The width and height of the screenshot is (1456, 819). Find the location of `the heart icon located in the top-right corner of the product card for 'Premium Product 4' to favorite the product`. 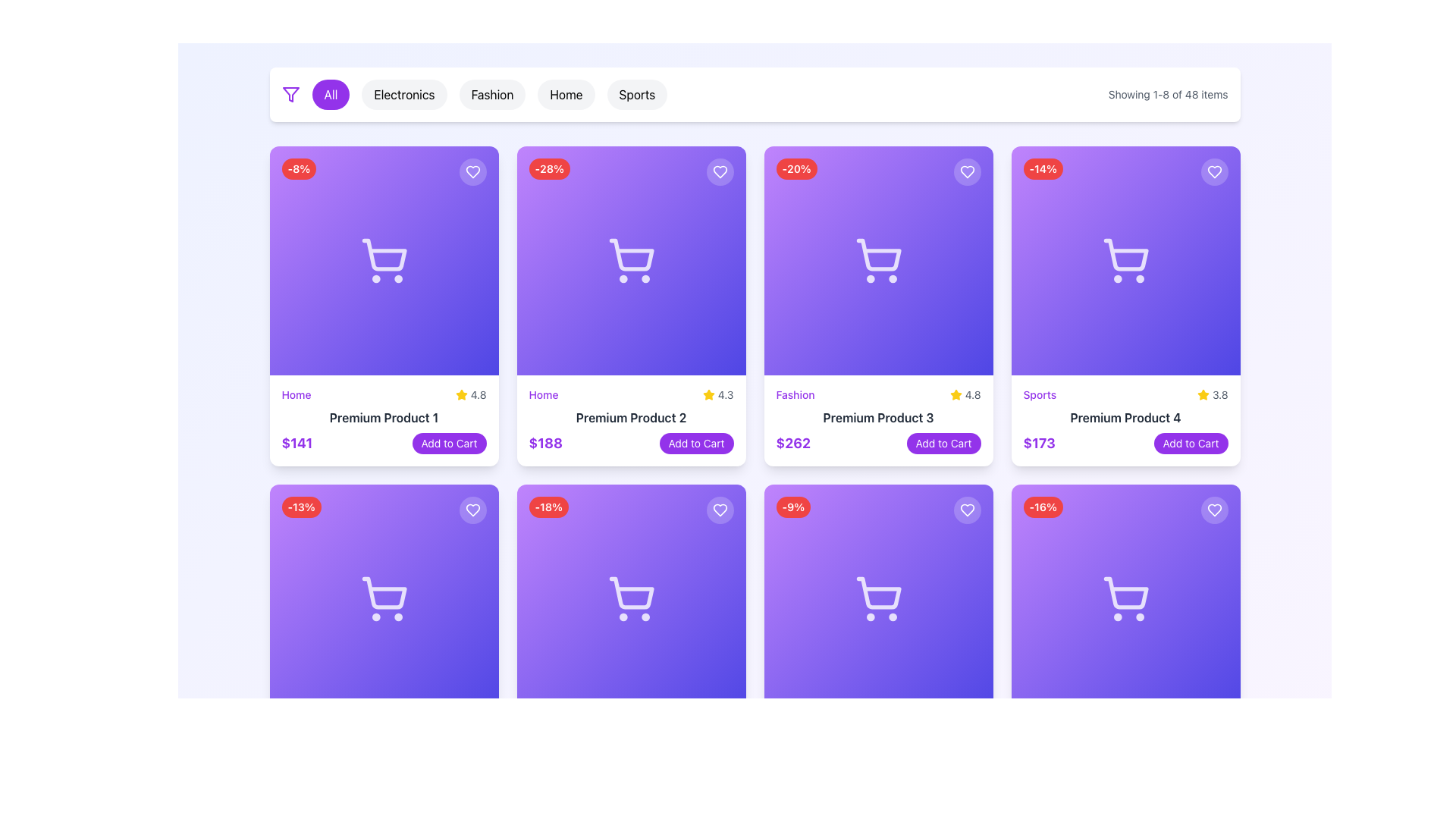

the heart icon located in the top-right corner of the product card for 'Premium Product 4' to favorite the product is located at coordinates (1214, 510).